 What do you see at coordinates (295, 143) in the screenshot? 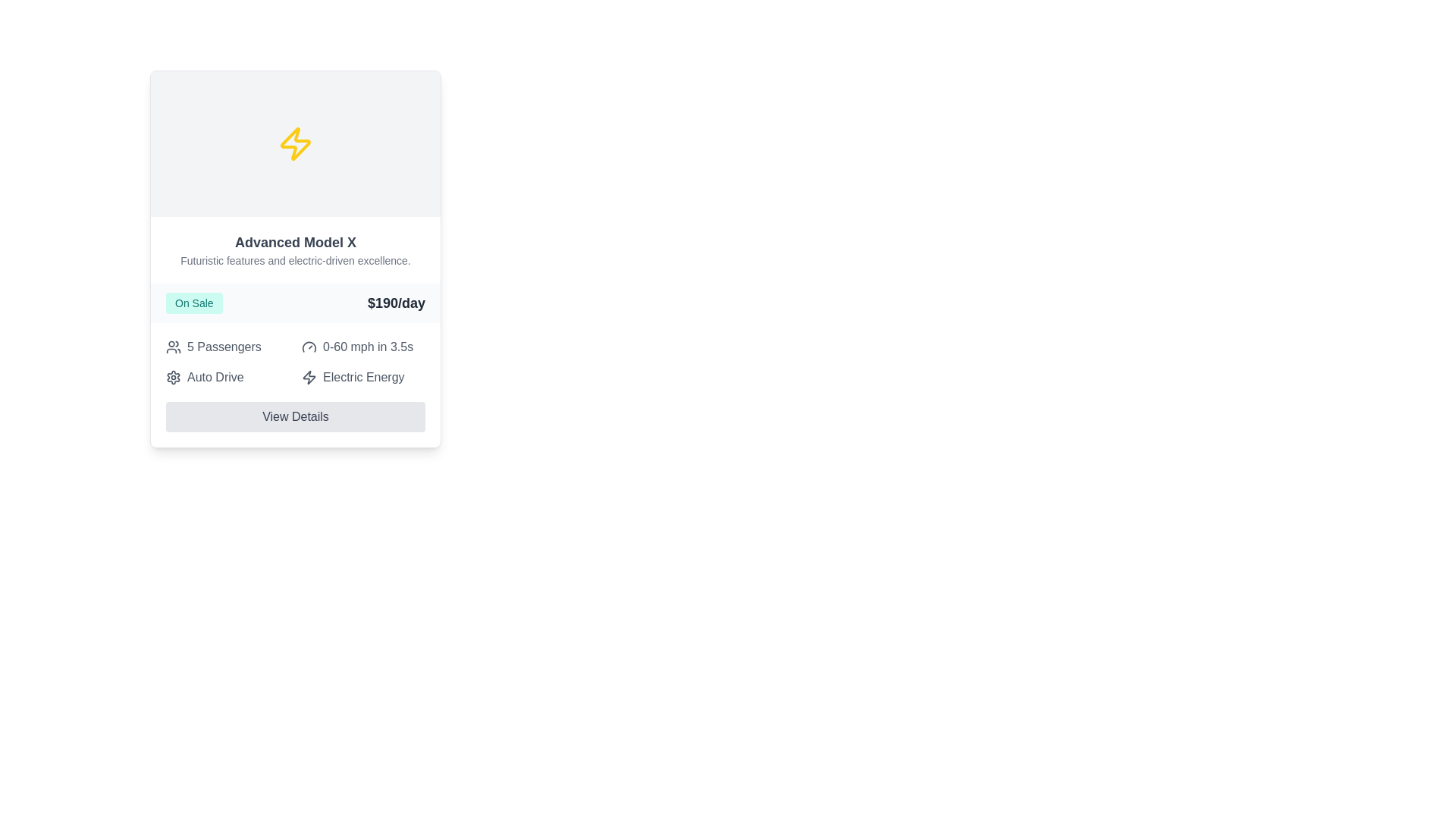
I see `the decorative icon located at the center top of the card display, directly above the title 'Advanced Model X'` at bounding box center [295, 143].